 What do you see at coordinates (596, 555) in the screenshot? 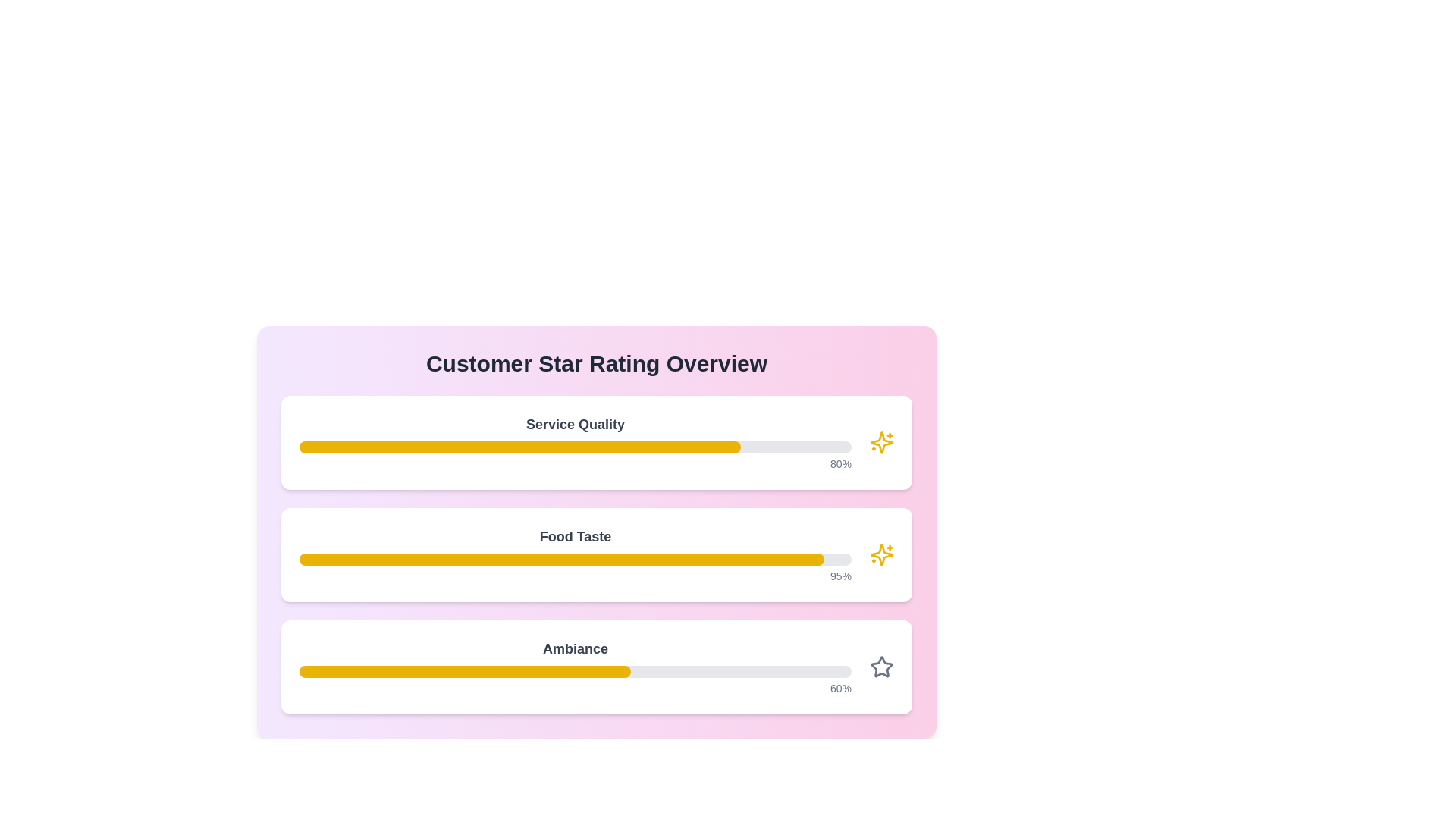
I see `the Rating Card that displays 'Food Taste' with a yellow progress bar indicating a score of '95%' in the 'Customer Star Rating Overview' section` at bounding box center [596, 555].